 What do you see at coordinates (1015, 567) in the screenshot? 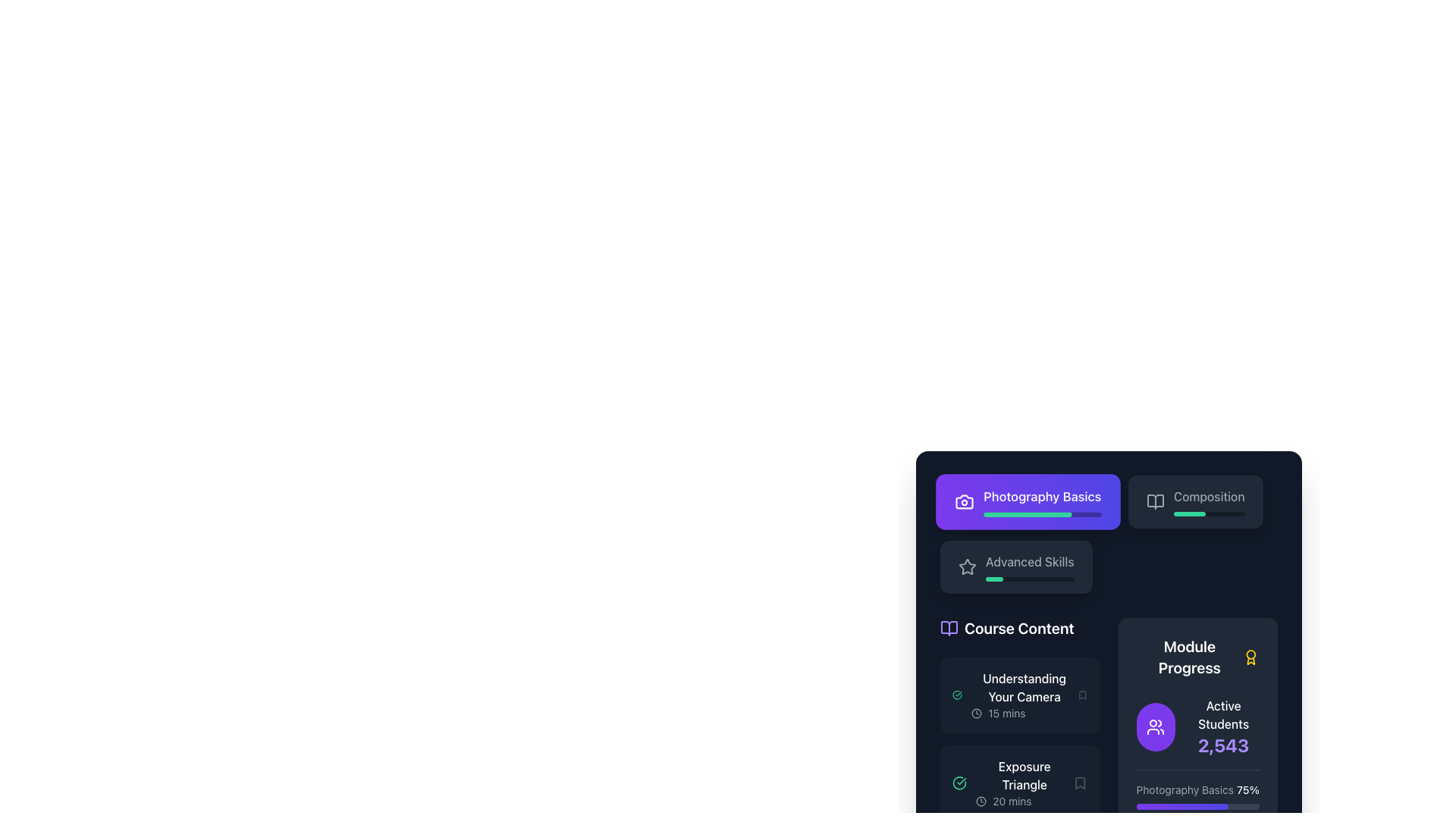
I see `the bottommost button in the horizontal button group` at bounding box center [1015, 567].